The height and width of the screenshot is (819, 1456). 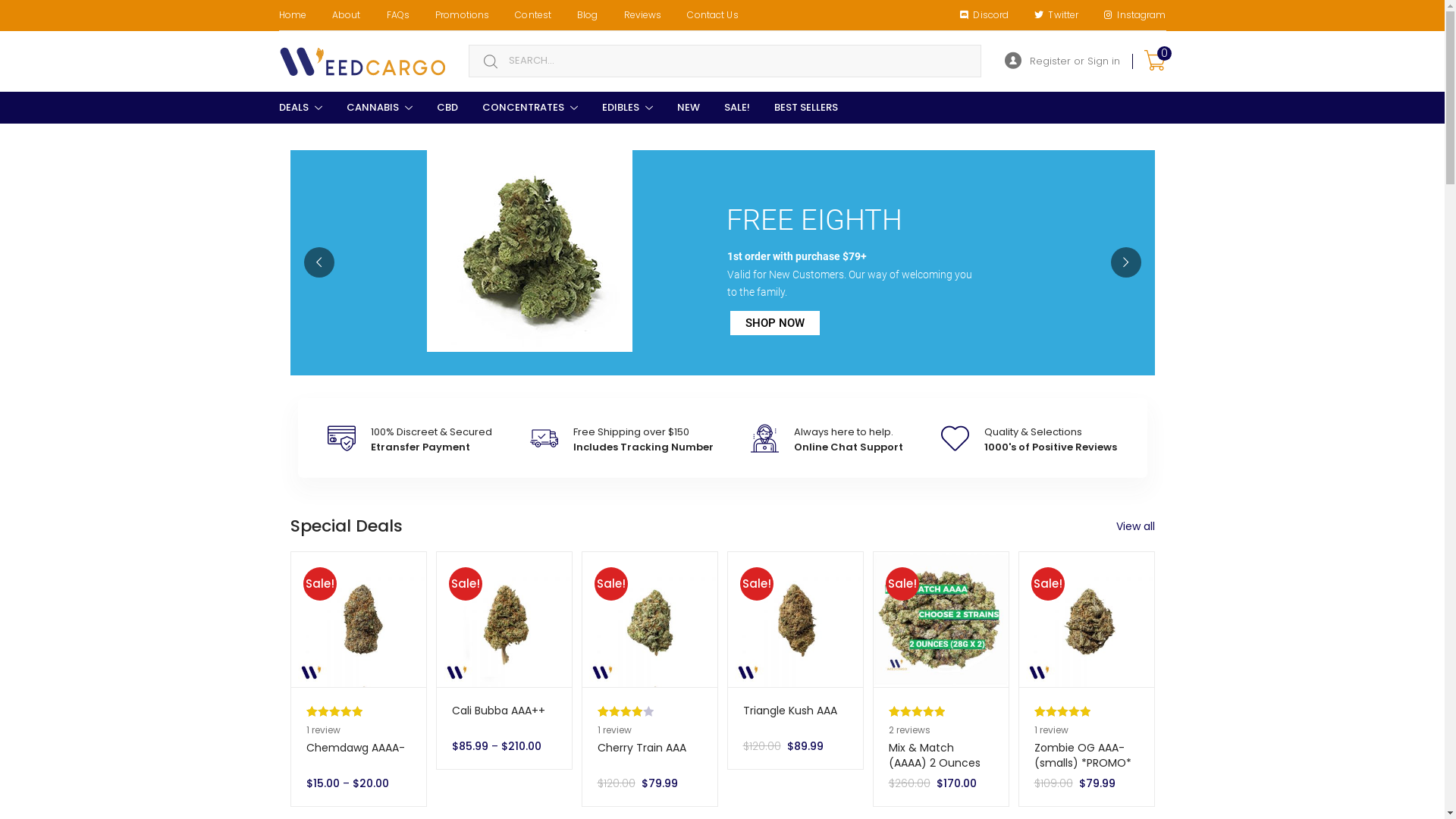 I want to click on 'CBD', so click(x=447, y=107).